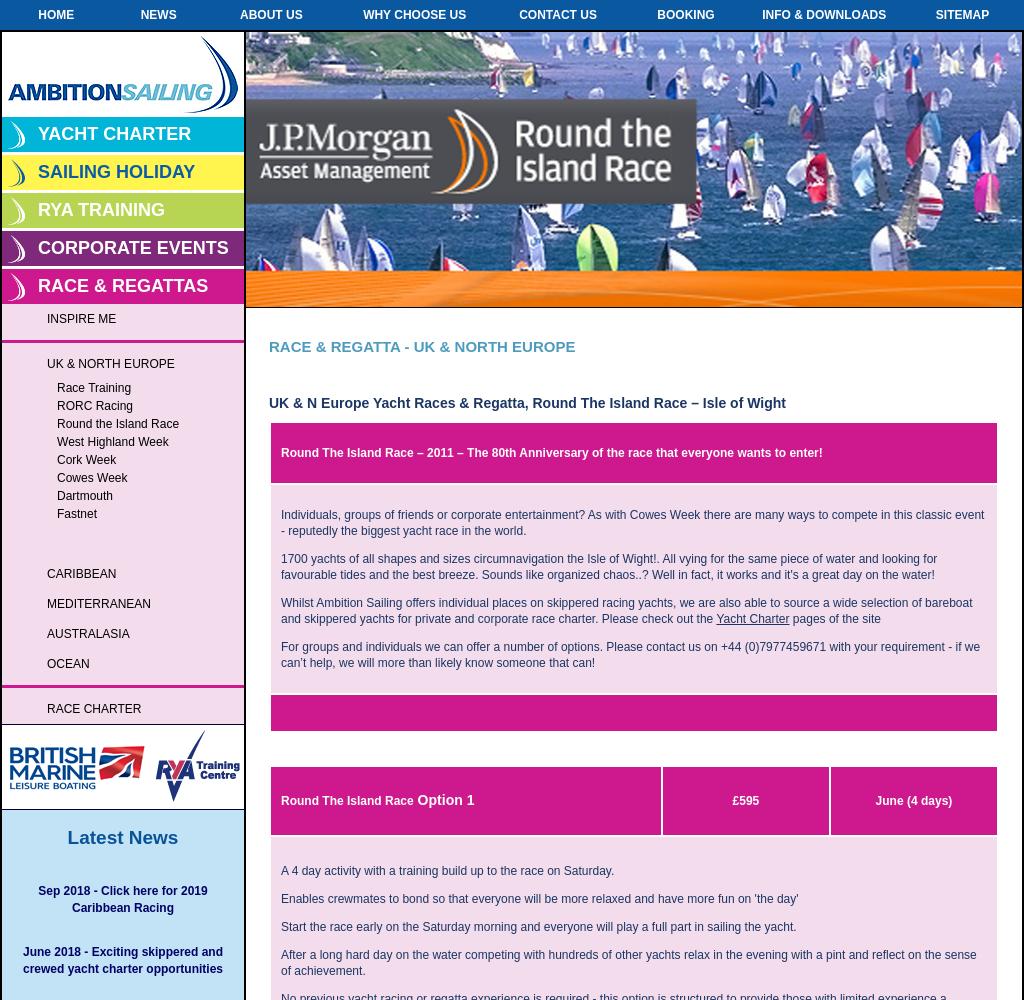 Image resolution: width=1024 pixels, height=1000 pixels. Describe the element at coordinates (280, 451) in the screenshot. I see `'Round  The Island Race – 2011 – The 80th Anniversary of the race that  everyone wants to enter!'` at that location.